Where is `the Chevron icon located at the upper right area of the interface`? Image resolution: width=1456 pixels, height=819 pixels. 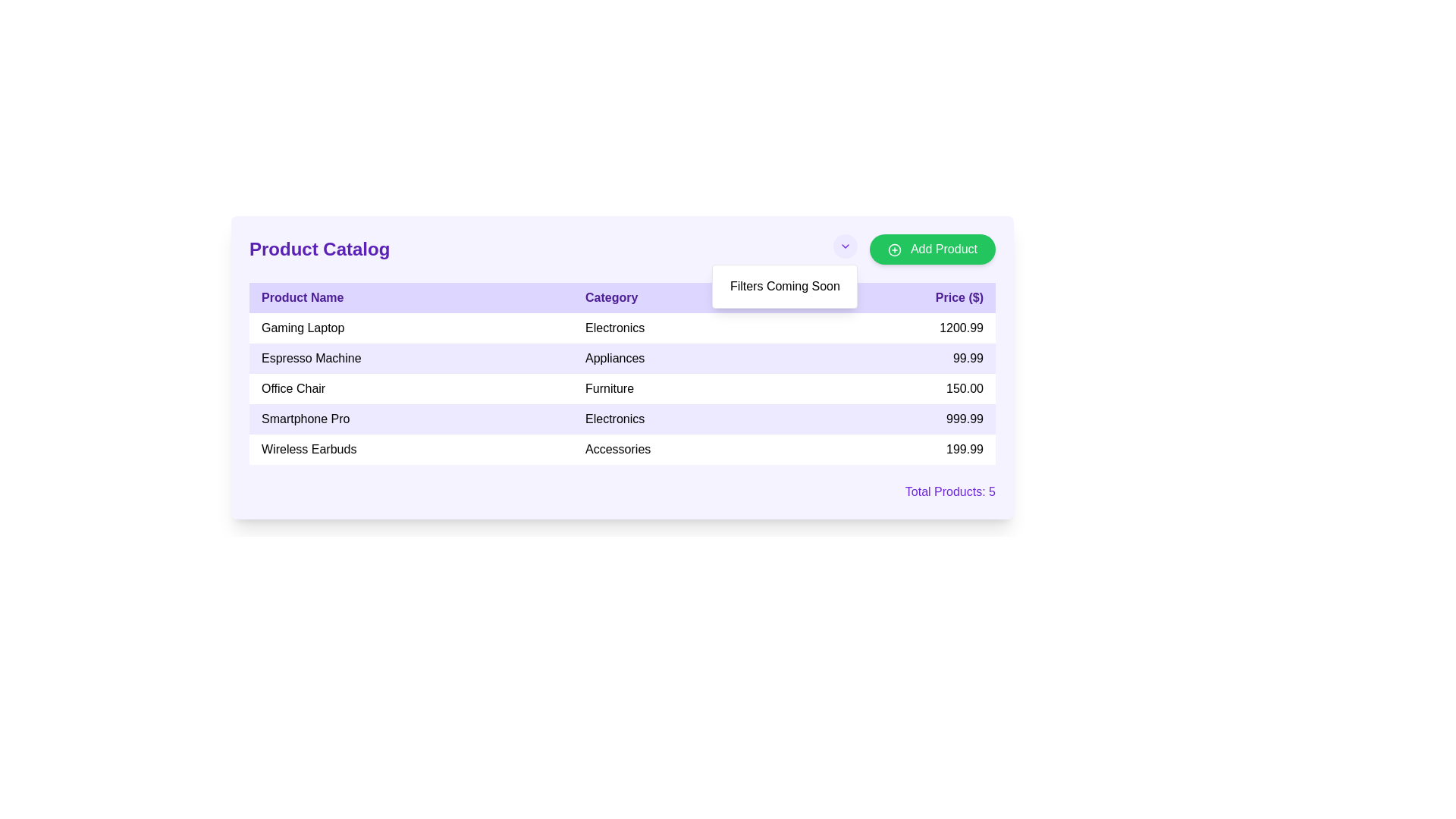 the Chevron icon located at the upper right area of the interface is located at coordinates (845, 245).